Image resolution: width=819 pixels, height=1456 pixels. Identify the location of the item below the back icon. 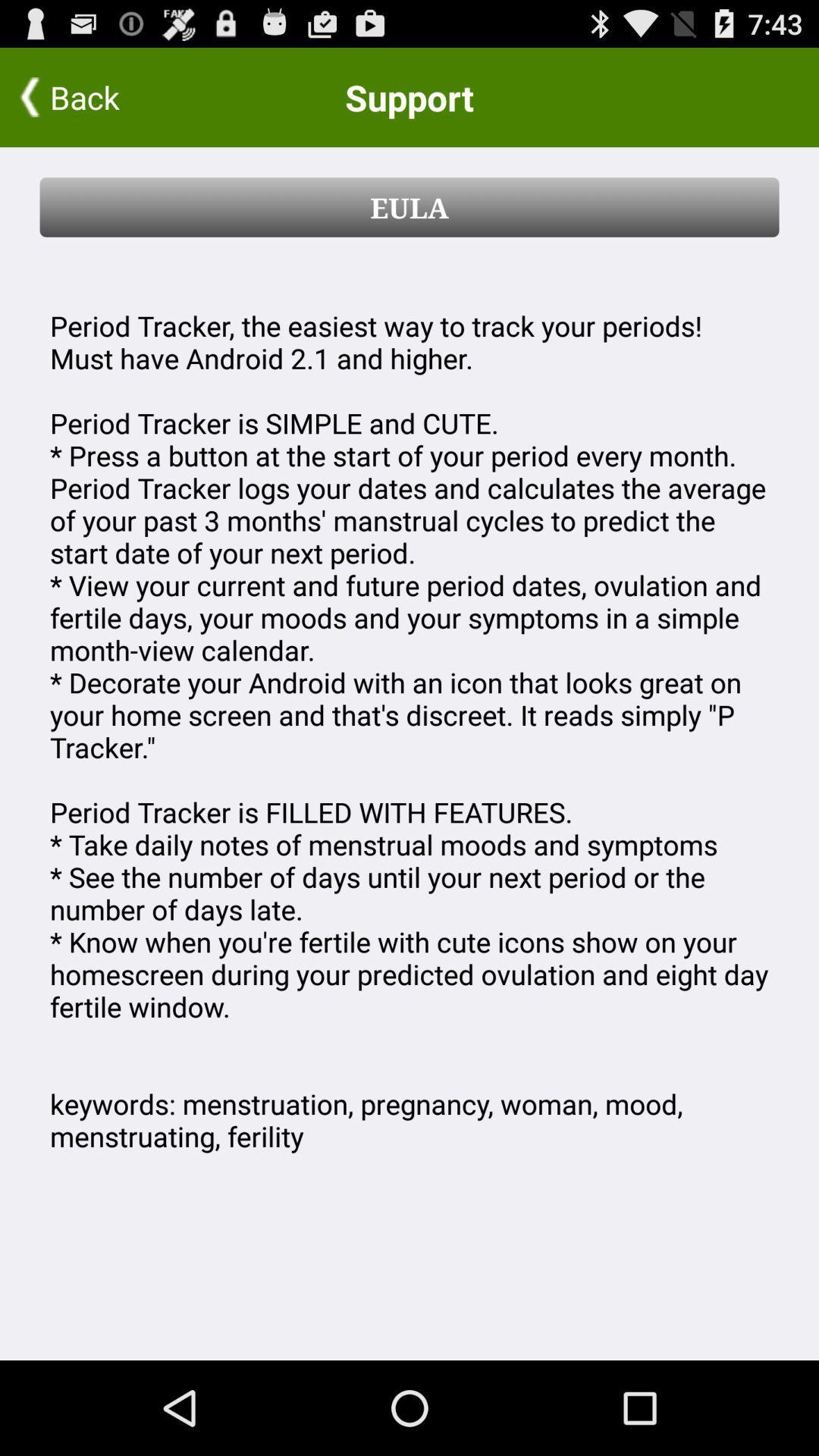
(409, 206).